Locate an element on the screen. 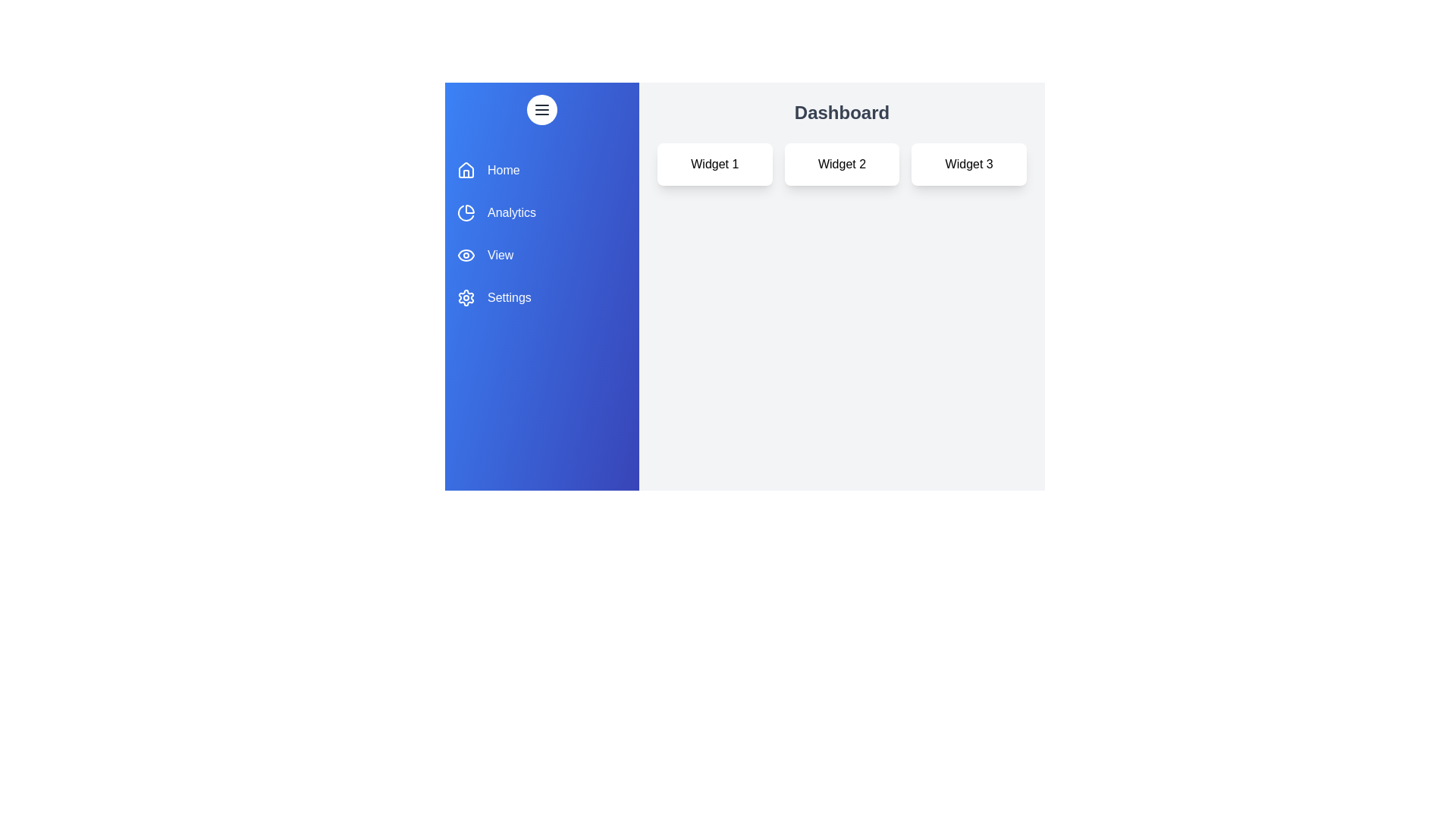 The height and width of the screenshot is (819, 1456). the View section from the drawer menu is located at coordinates (542, 254).